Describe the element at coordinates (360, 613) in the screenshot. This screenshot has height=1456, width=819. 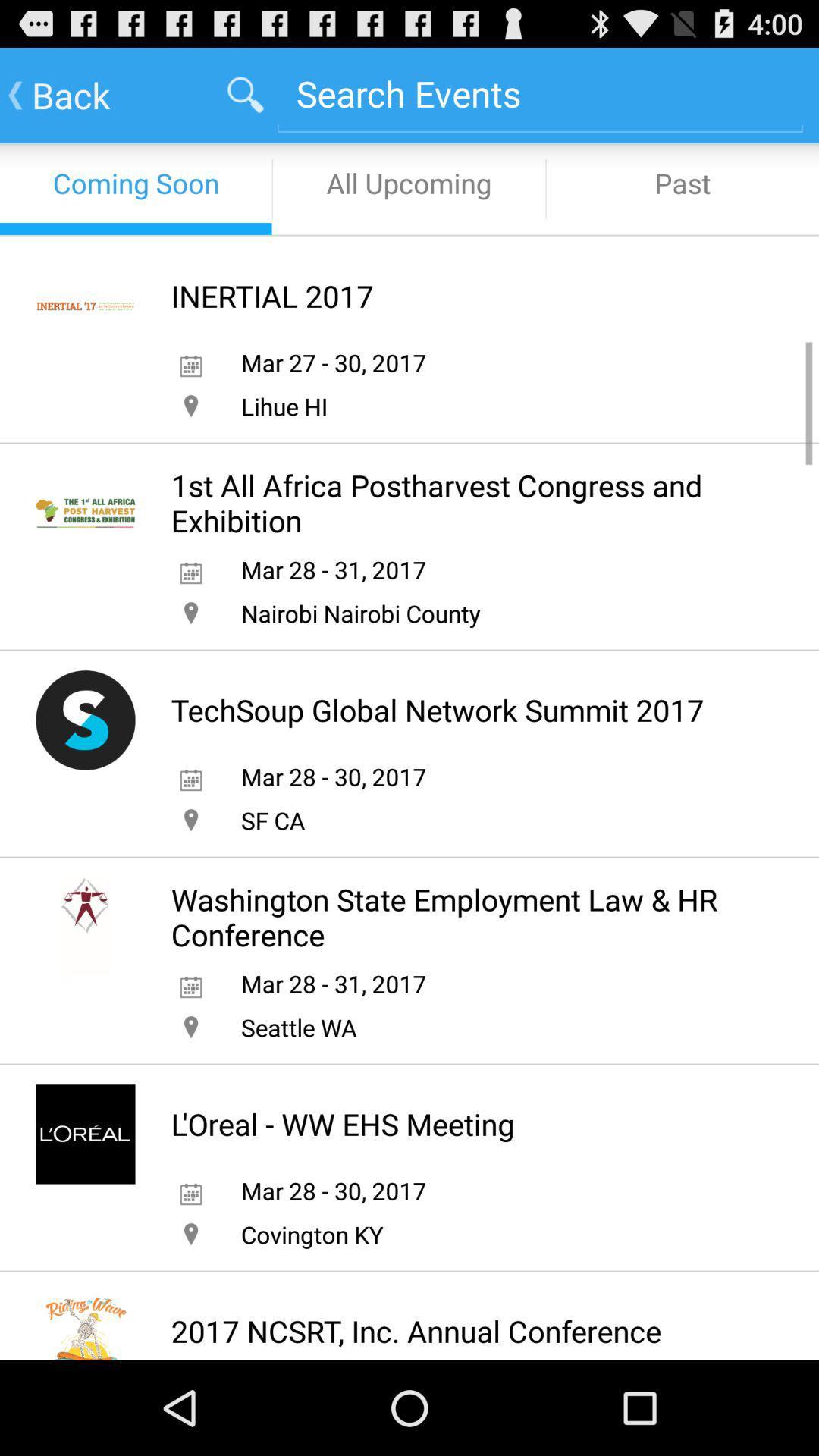
I see `icon below mar 28 31` at that location.